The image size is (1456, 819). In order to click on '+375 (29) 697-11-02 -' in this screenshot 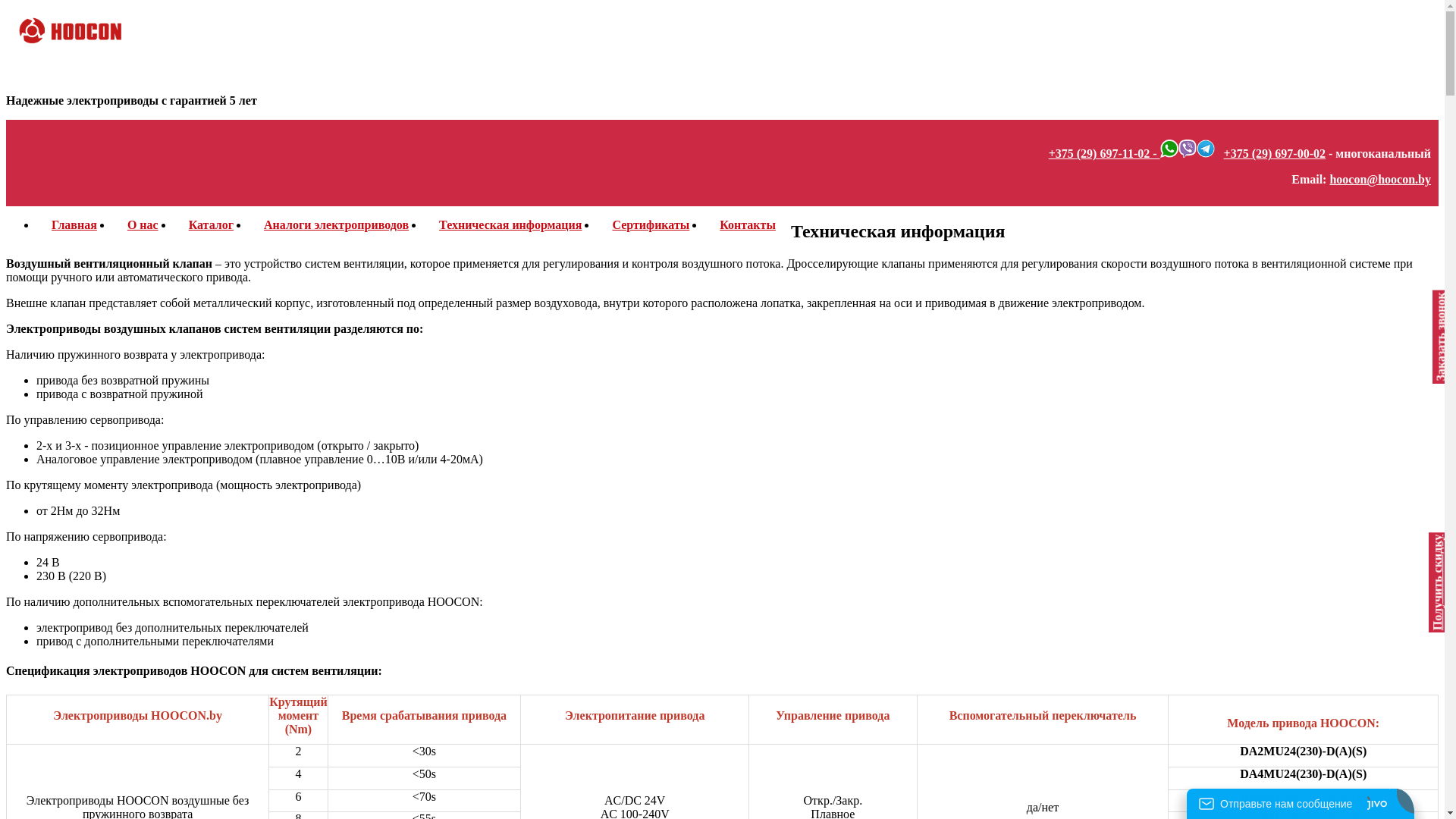, I will do `click(1104, 153)`.